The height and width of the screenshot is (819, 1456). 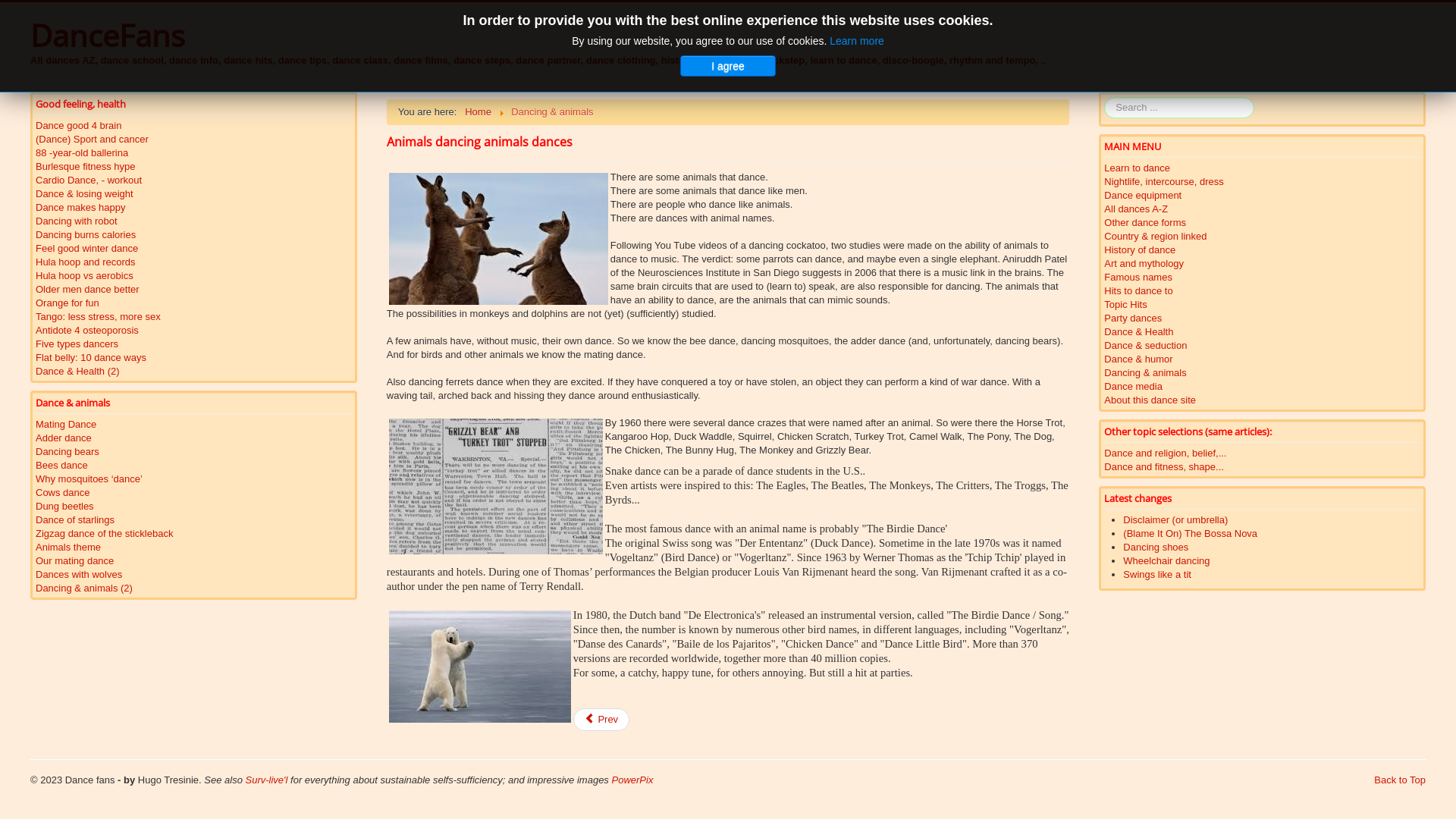 What do you see at coordinates (193, 464) in the screenshot?
I see `'Bees dance'` at bounding box center [193, 464].